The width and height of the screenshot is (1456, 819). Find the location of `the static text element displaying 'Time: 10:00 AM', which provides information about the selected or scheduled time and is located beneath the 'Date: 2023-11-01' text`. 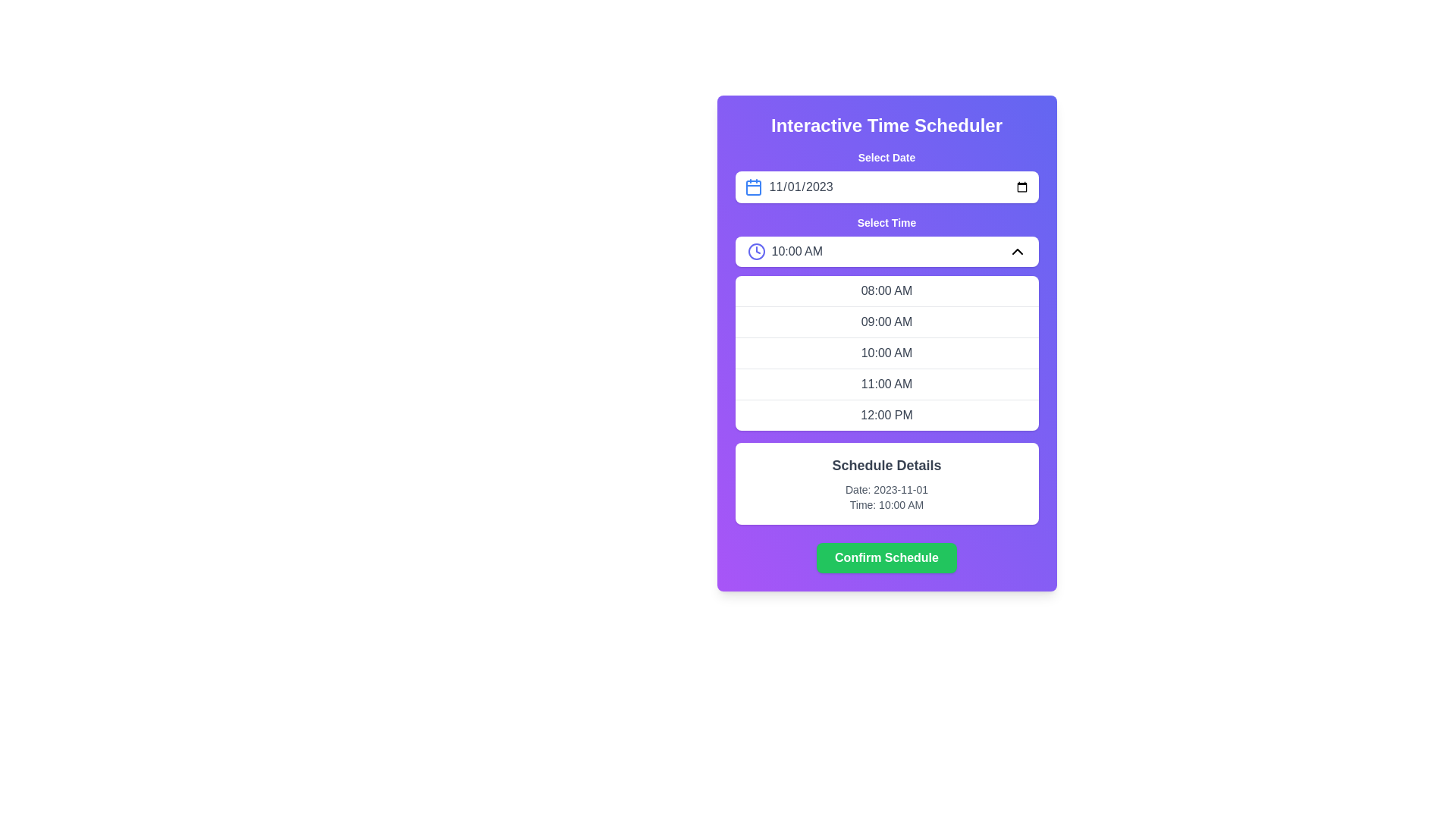

the static text element displaying 'Time: 10:00 AM', which provides information about the selected or scheduled time and is located beneath the 'Date: 2023-11-01' text is located at coordinates (886, 505).